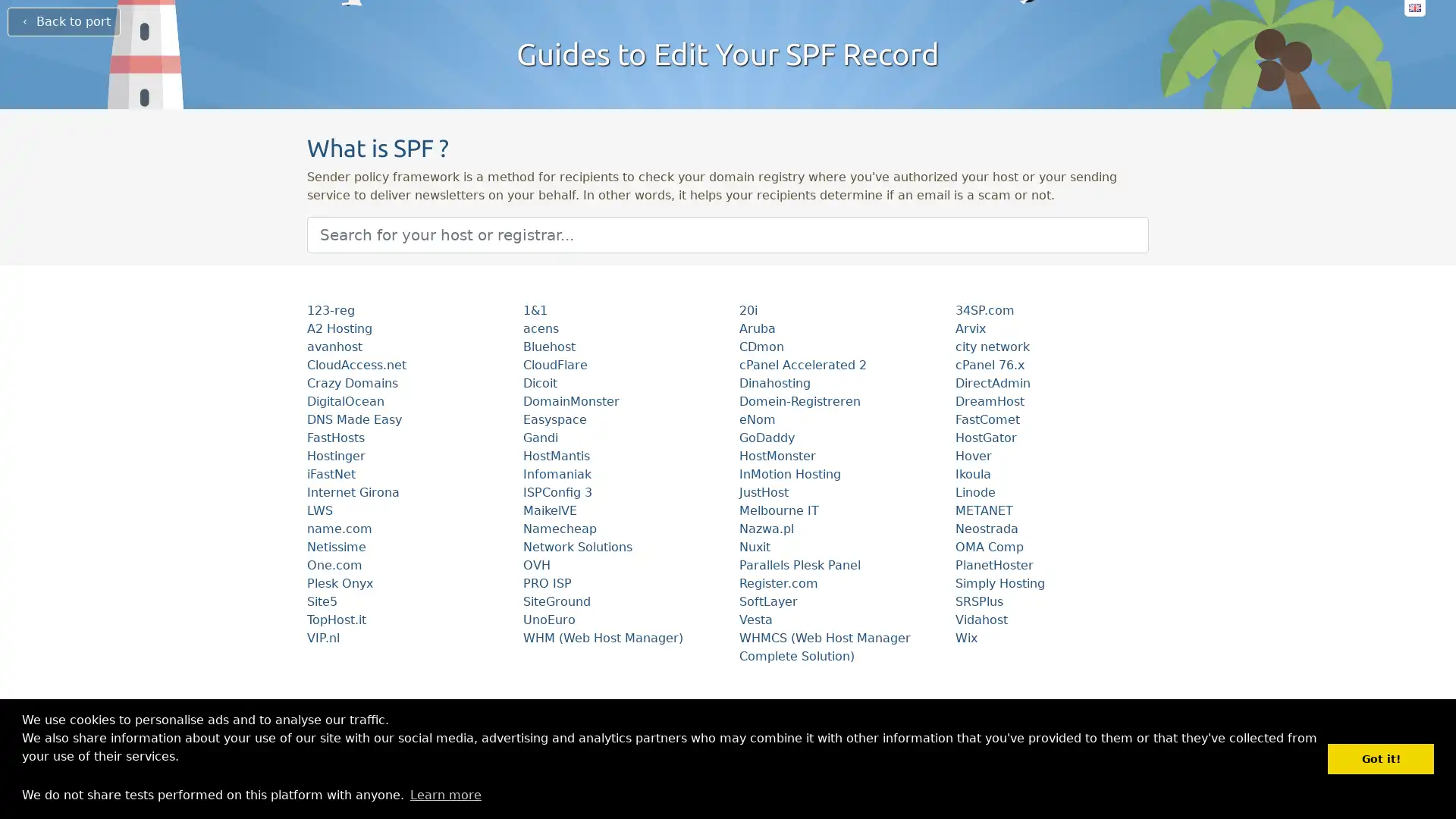 The width and height of the screenshot is (1456, 819). Describe the element at coordinates (1380, 758) in the screenshot. I see `dismiss cookie message` at that location.